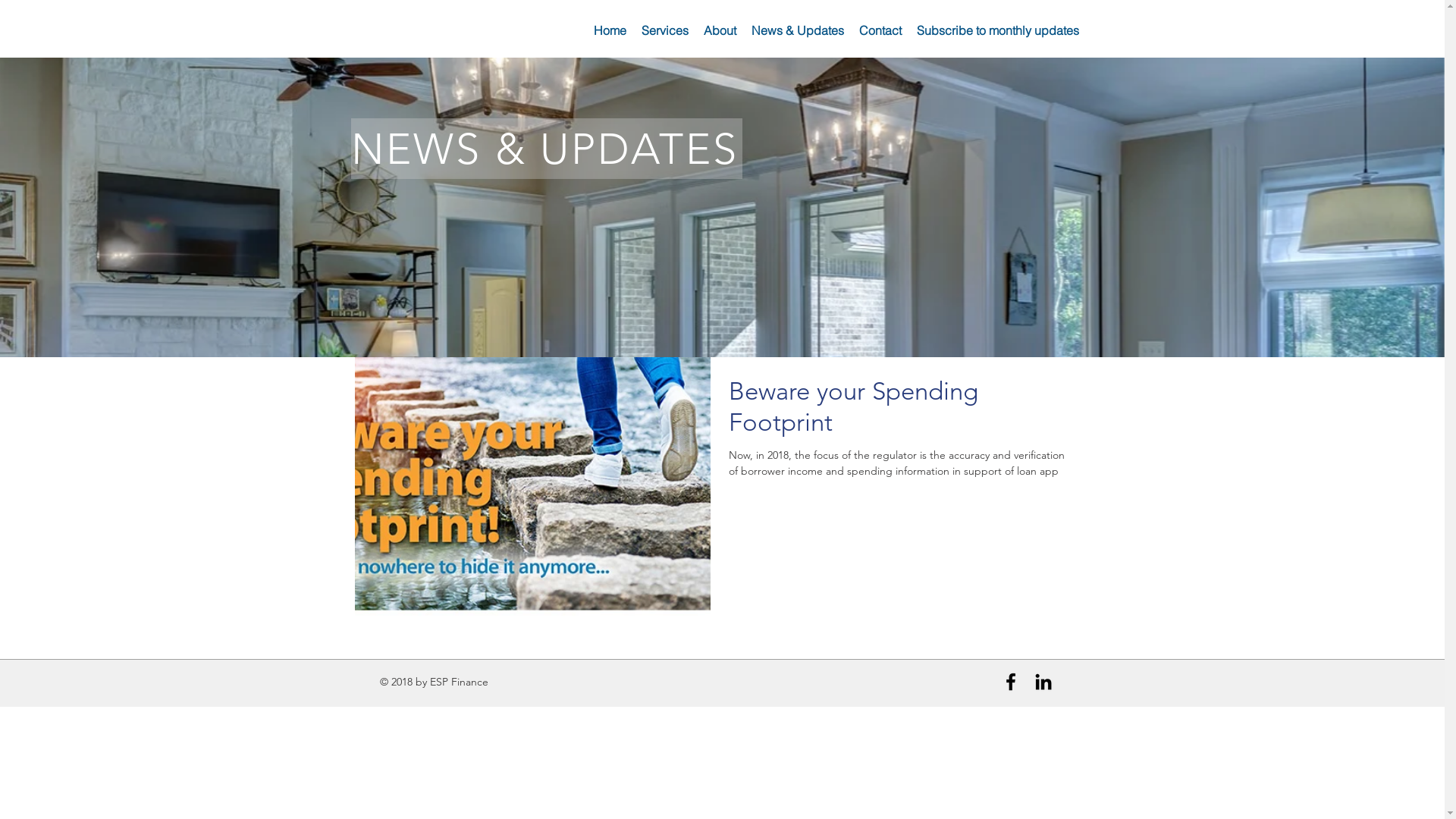 The width and height of the screenshot is (1456, 819). What do you see at coordinates (899, 411) in the screenshot?
I see `'Beware your Spending Footprint'` at bounding box center [899, 411].